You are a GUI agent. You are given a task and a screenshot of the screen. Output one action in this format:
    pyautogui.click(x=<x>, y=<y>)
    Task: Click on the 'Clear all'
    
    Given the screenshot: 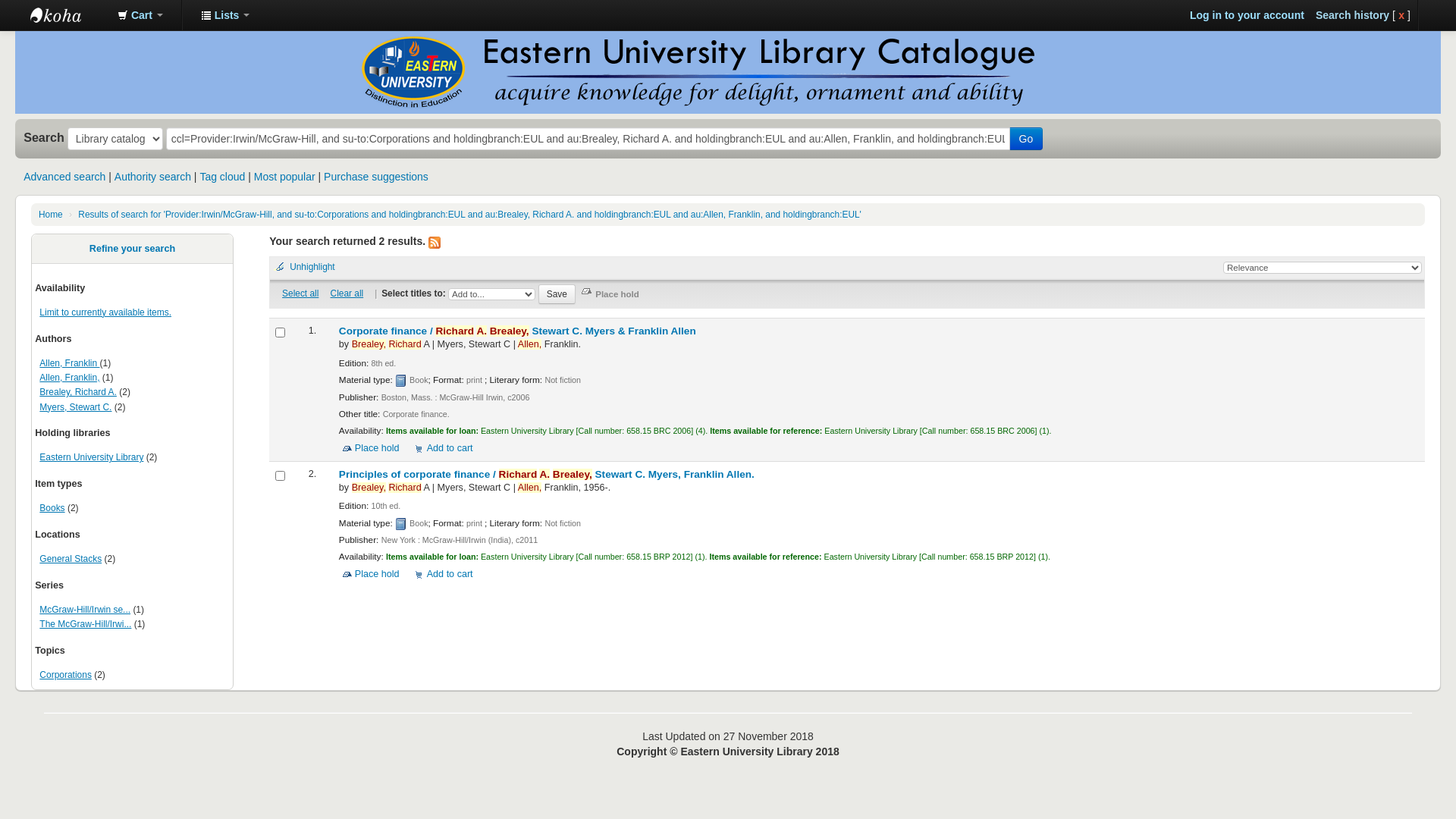 What is the action you would take?
    pyautogui.click(x=346, y=293)
    